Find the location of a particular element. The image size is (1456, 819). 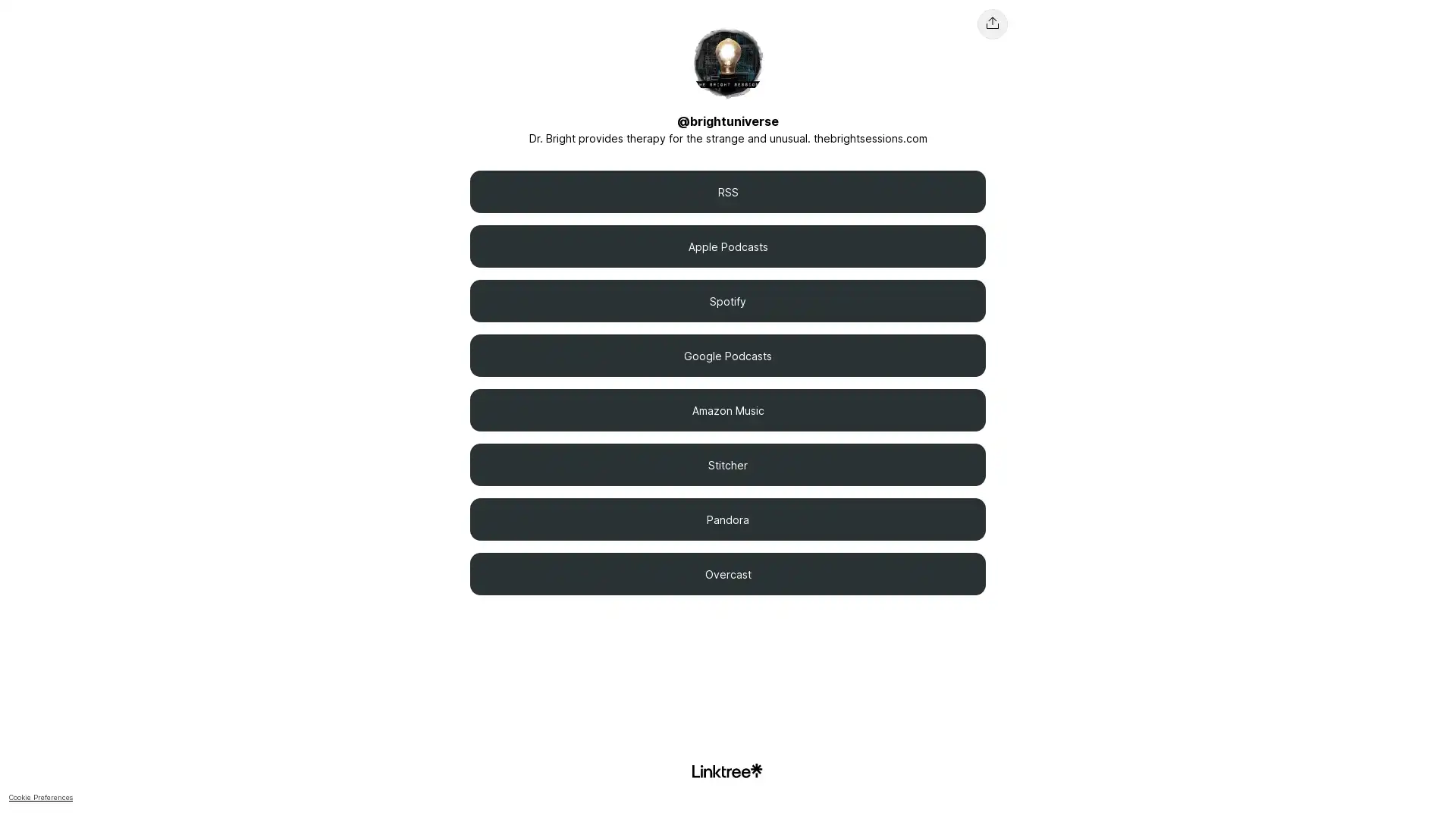

Cookie Preferences is located at coordinates (1115, 784).